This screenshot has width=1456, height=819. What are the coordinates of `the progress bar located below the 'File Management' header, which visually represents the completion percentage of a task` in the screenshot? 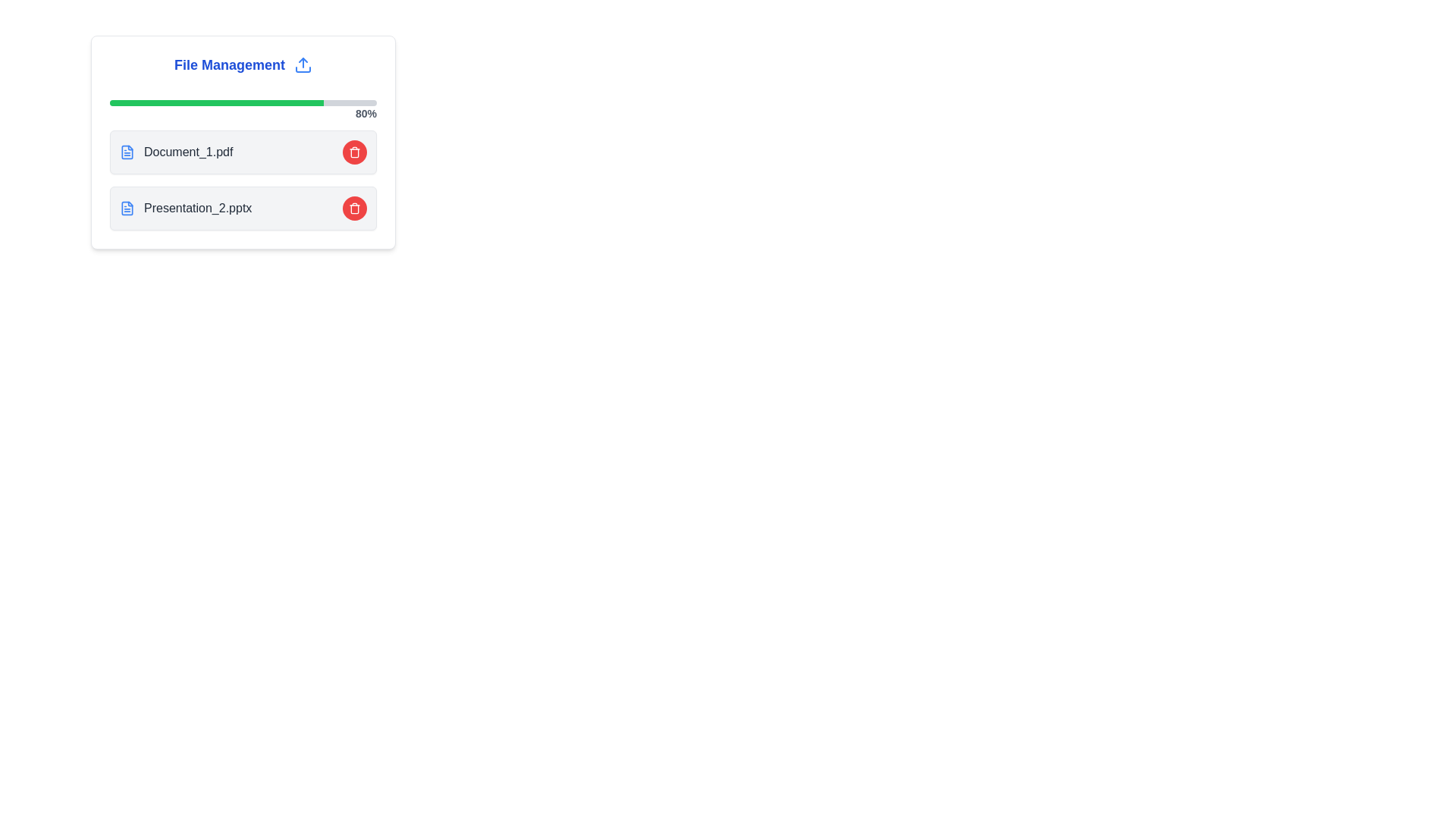 It's located at (243, 102).